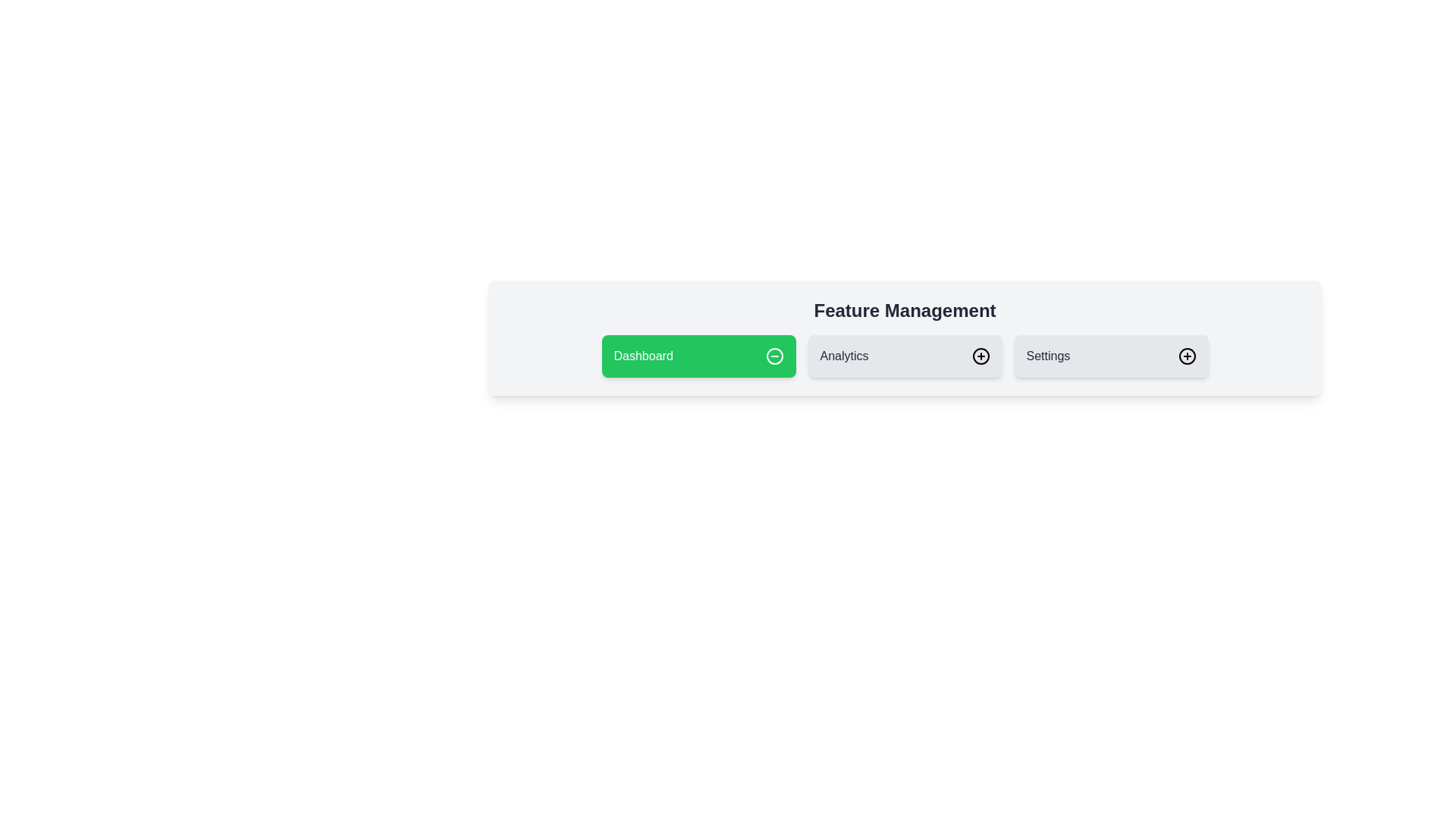  What do you see at coordinates (981, 356) in the screenshot?
I see `the black outlined circular plus icon located to the right of the 'Analytics' label, inside the gray rounded rectangle` at bounding box center [981, 356].